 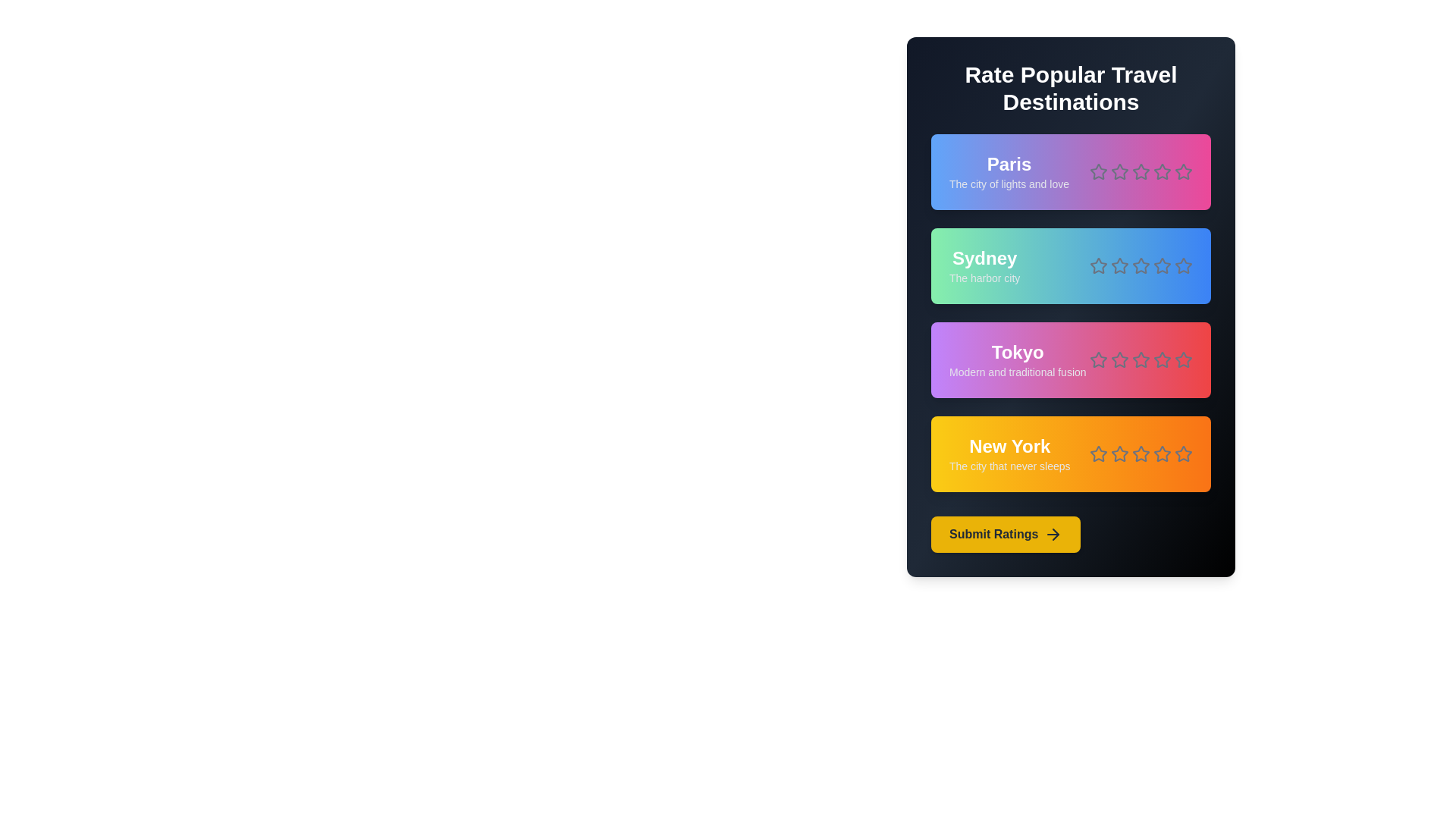 What do you see at coordinates (1182, 171) in the screenshot?
I see `the star corresponding to 5 stars to preview the rating` at bounding box center [1182, 171].